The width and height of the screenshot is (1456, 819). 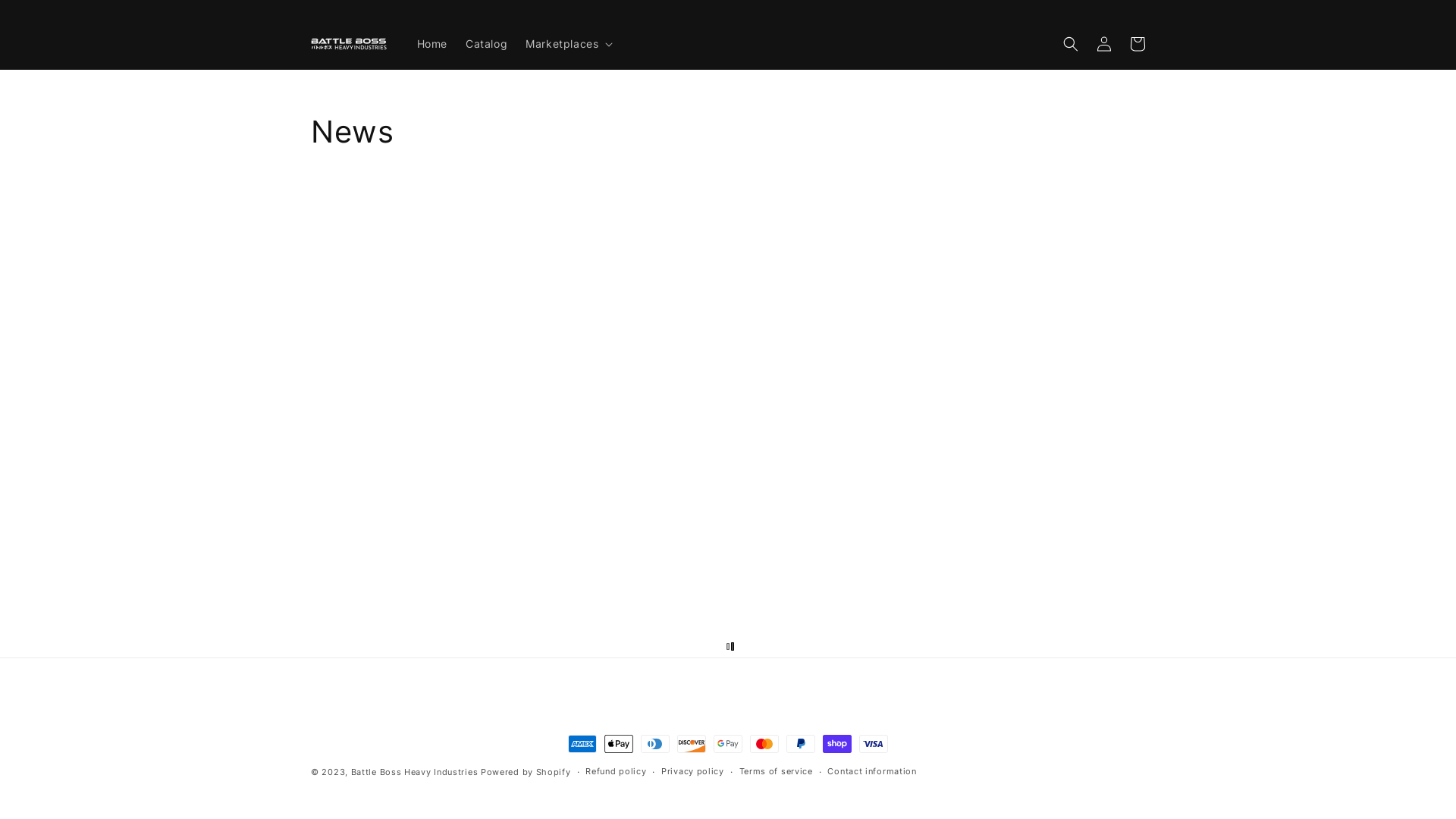 What do you see at coordinates (776, 771) in the screenshot?
I see `'Terms of service'` at bounding box center [776, 771].